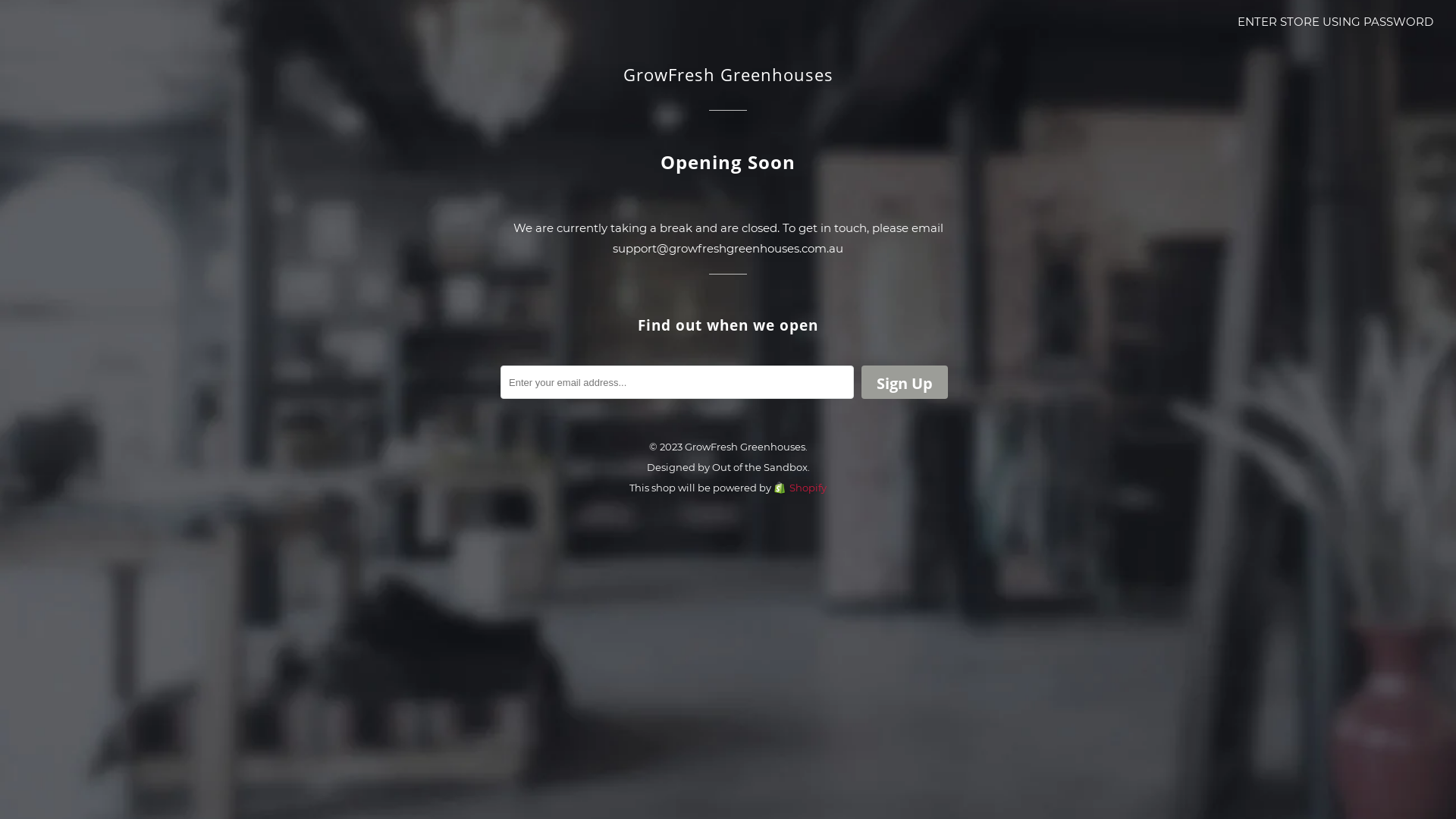 This screenshot has height=819, width=1456. Describe the element at coordinates (1335, 21) in the screenshot. I see `'ENTER STORE USING PASSWORD'` at that location.